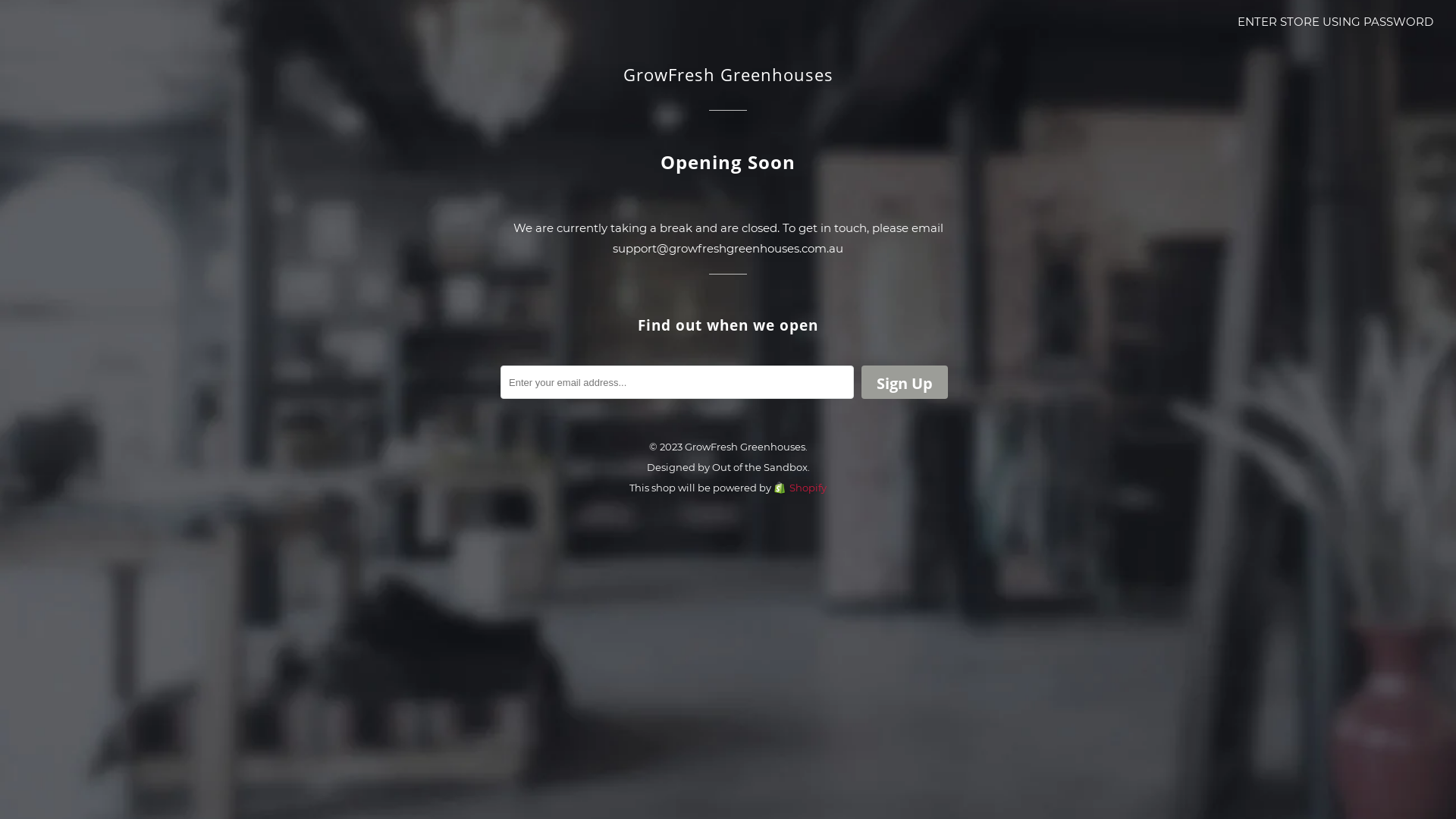 This screenshot has height=819, width=1456. Describe the element at coordinates (1335, 21) in the screenshot. I see `'ENTER STORE USING PASSWORD'` at that location.